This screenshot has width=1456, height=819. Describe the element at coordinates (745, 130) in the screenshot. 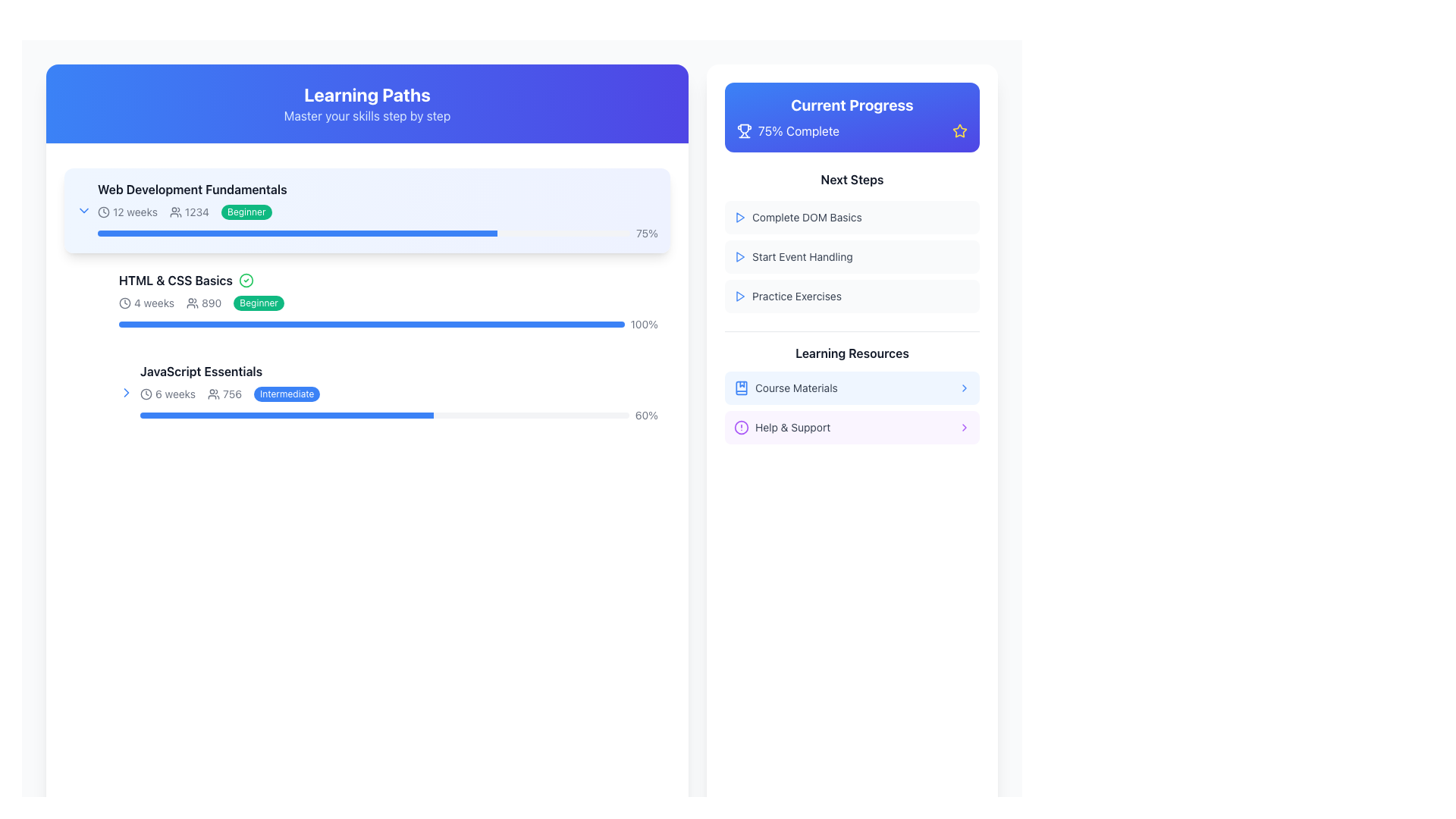

I see `the trophy icon located at the top section of the 'Current Progress' panel, to the left of the '75% Complete' text, which represents achievements or rewards` at that location.